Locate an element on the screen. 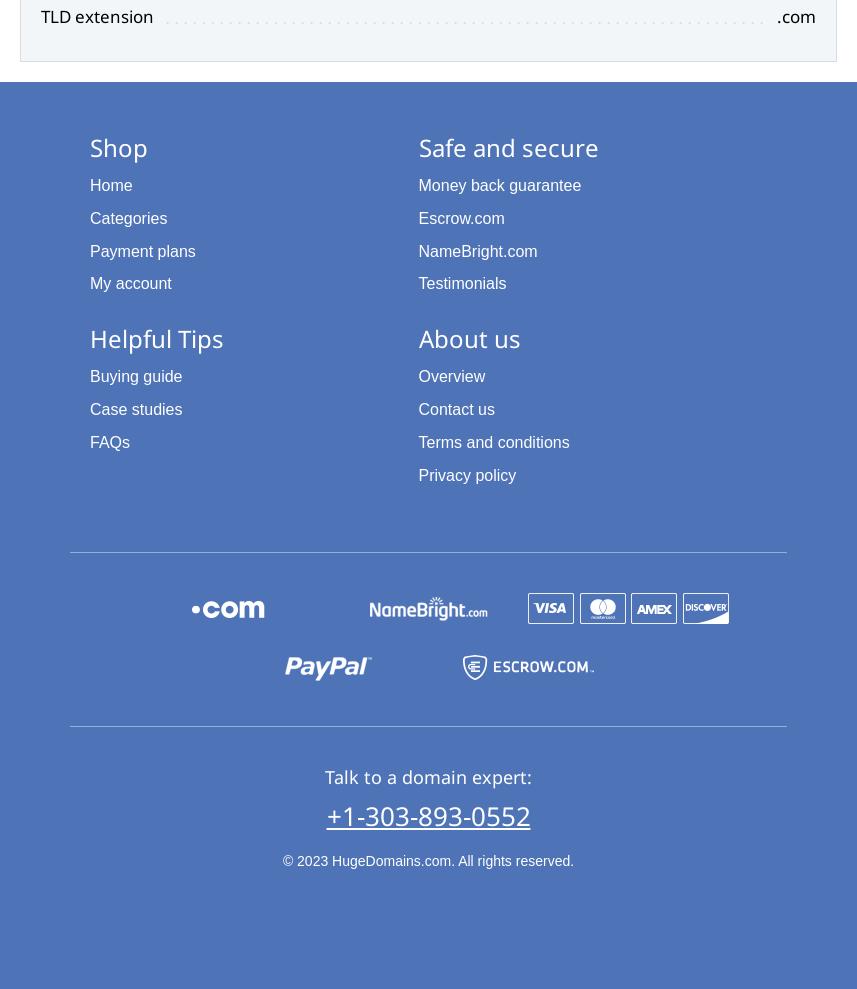 The height and width of the screenshot is (989, 857). 'NameBright.com' is located at coordinates (477, 249).